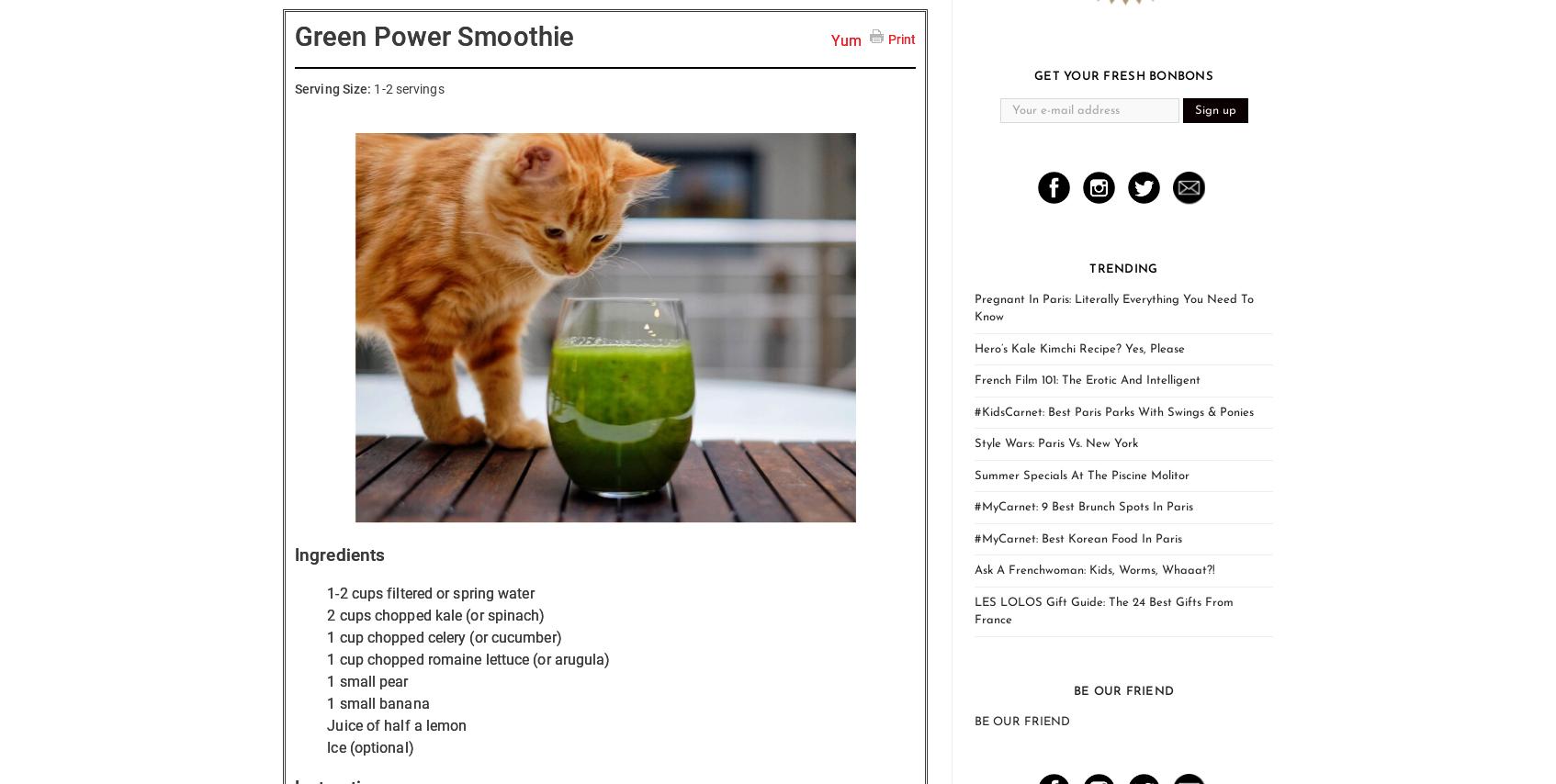 Image resolution: width=1556 pixels, height=784 pixels. What do you see at coordinates (434, 36) in the screenshot?
I see `'Green Power Smoothie'` at bounding box center [434, 36].